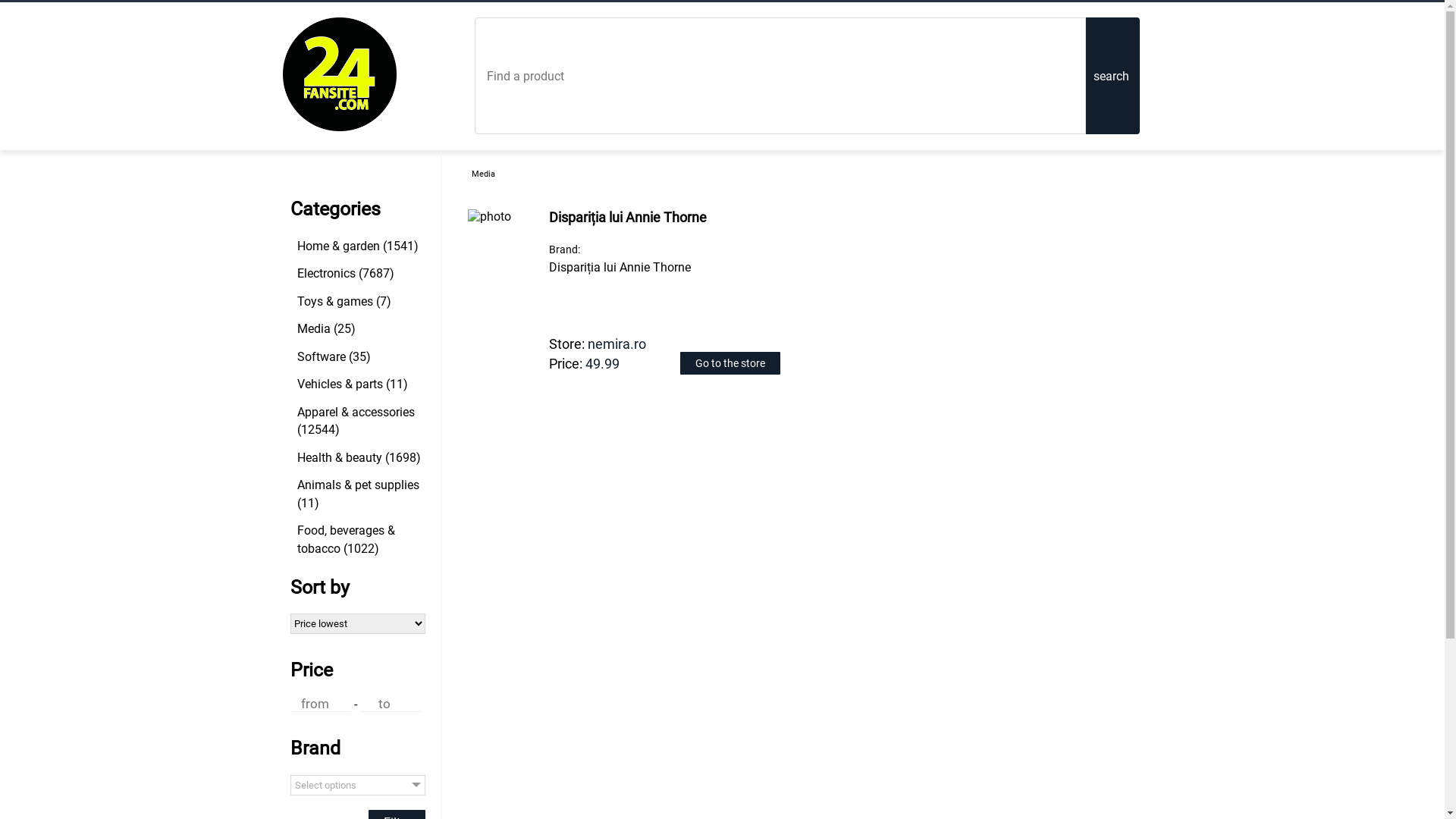 This screenshot has width=1456, height=819. Describe the element at coordinates (359, 328) in the screenshot. I see `'Media (25)'` at that location.